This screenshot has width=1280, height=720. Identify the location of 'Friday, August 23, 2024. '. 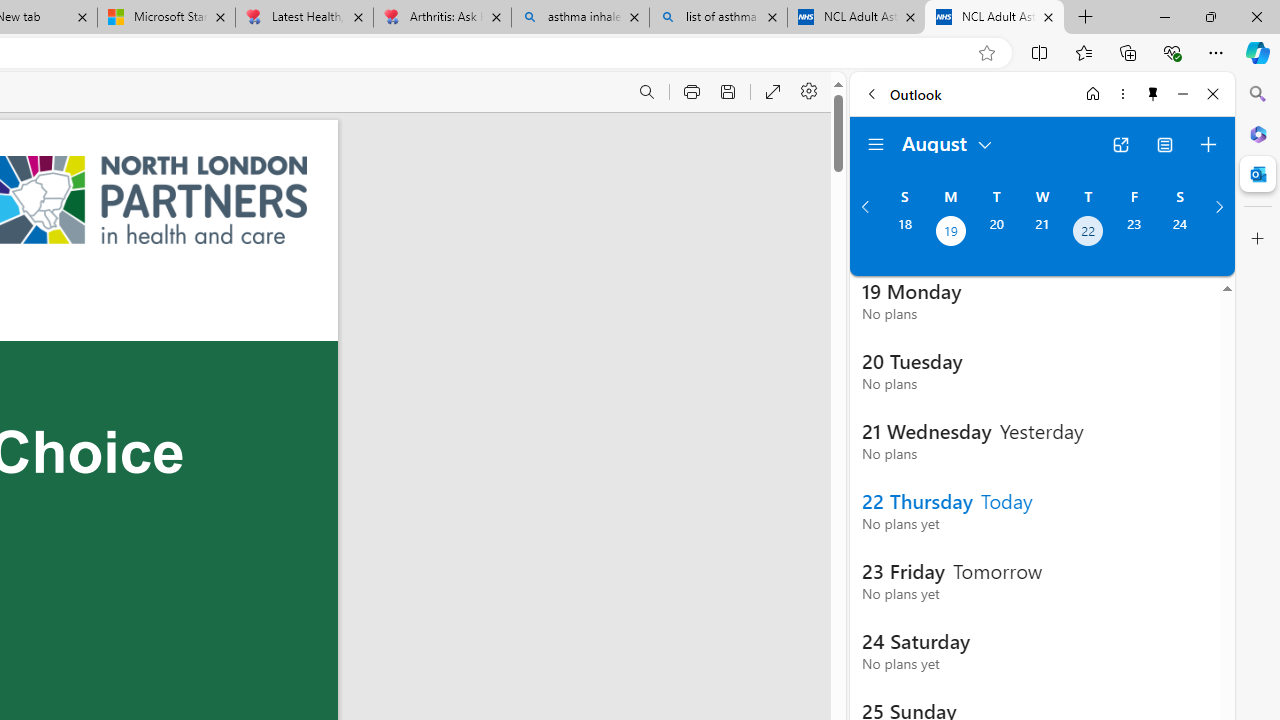
(1134, 232).